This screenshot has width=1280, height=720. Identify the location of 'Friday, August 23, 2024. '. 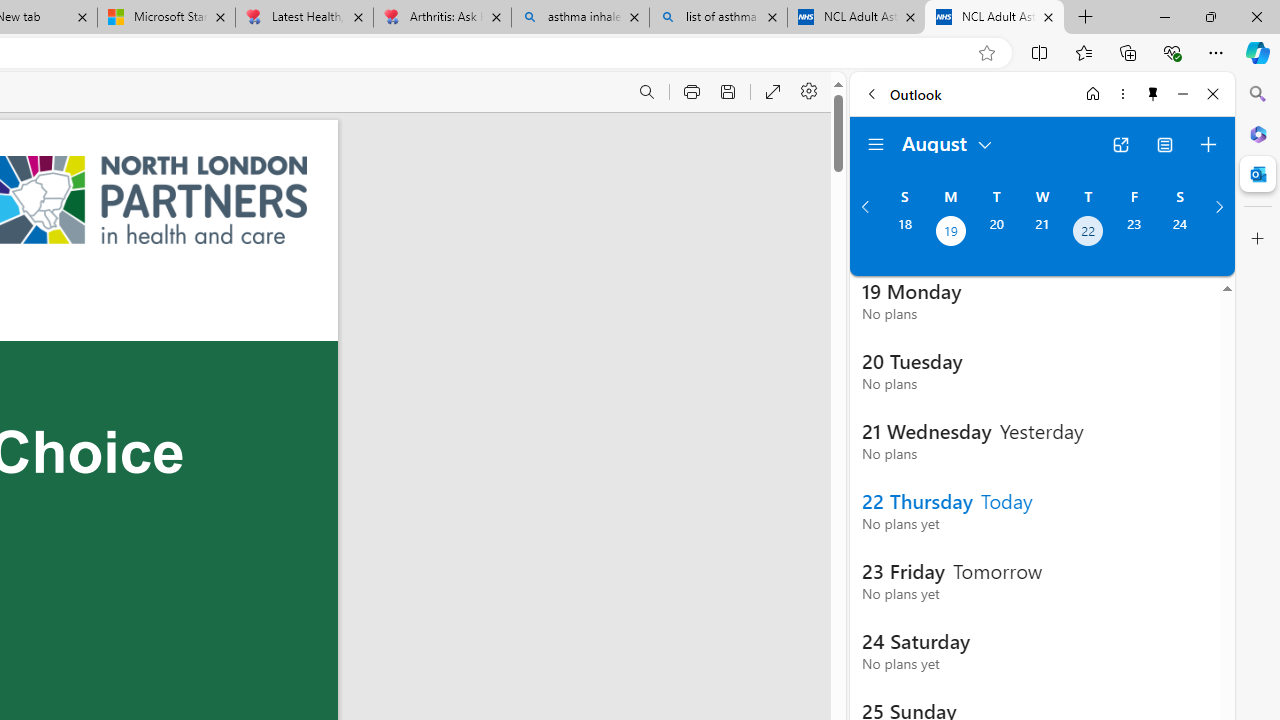
(1134, 232).